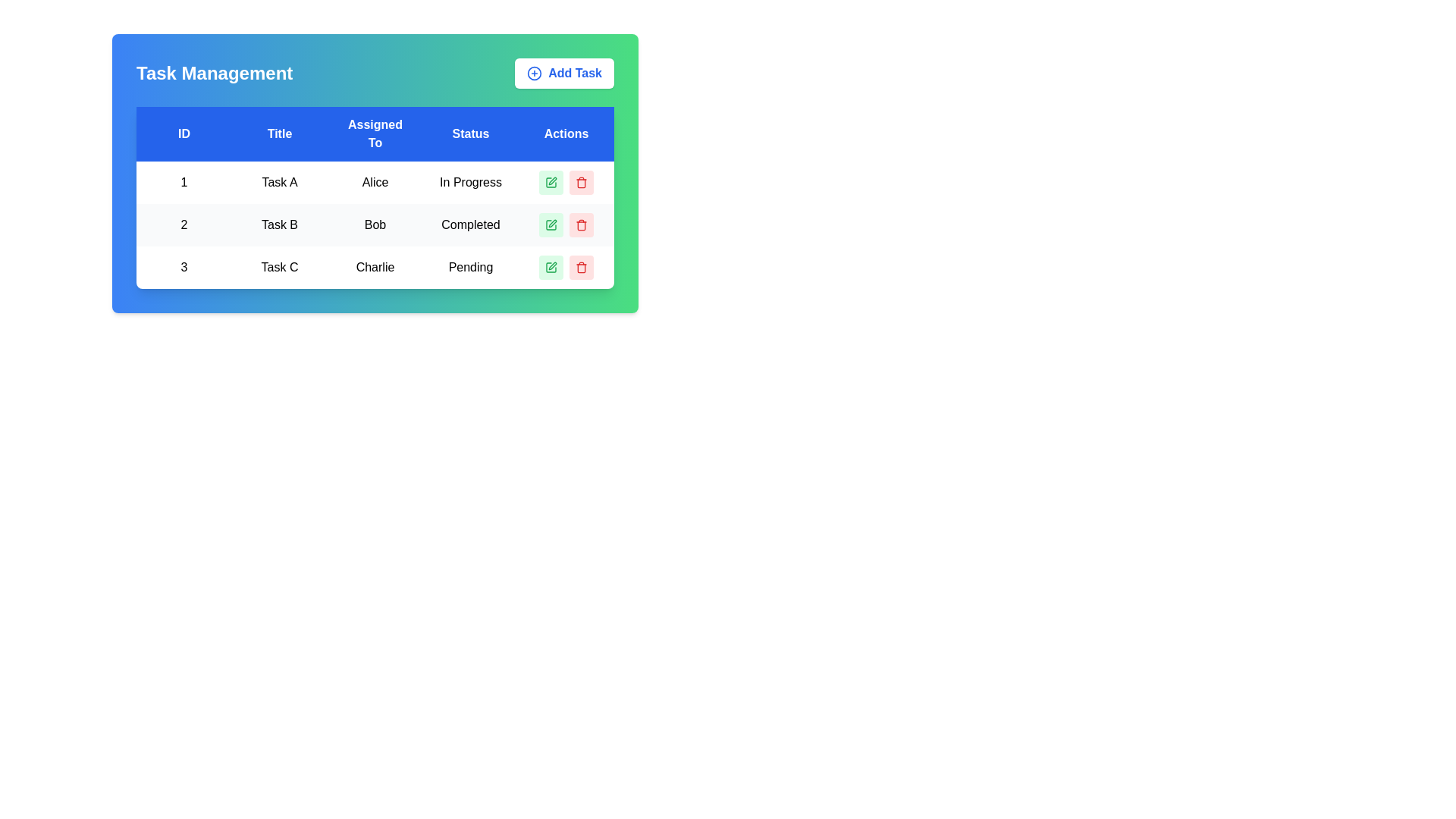  I want to click on the edit button in the 'Actions' column for 'Task C' assigned to 'Charlie' and with 'Pending' status to initiate editing, so click(566, 267).